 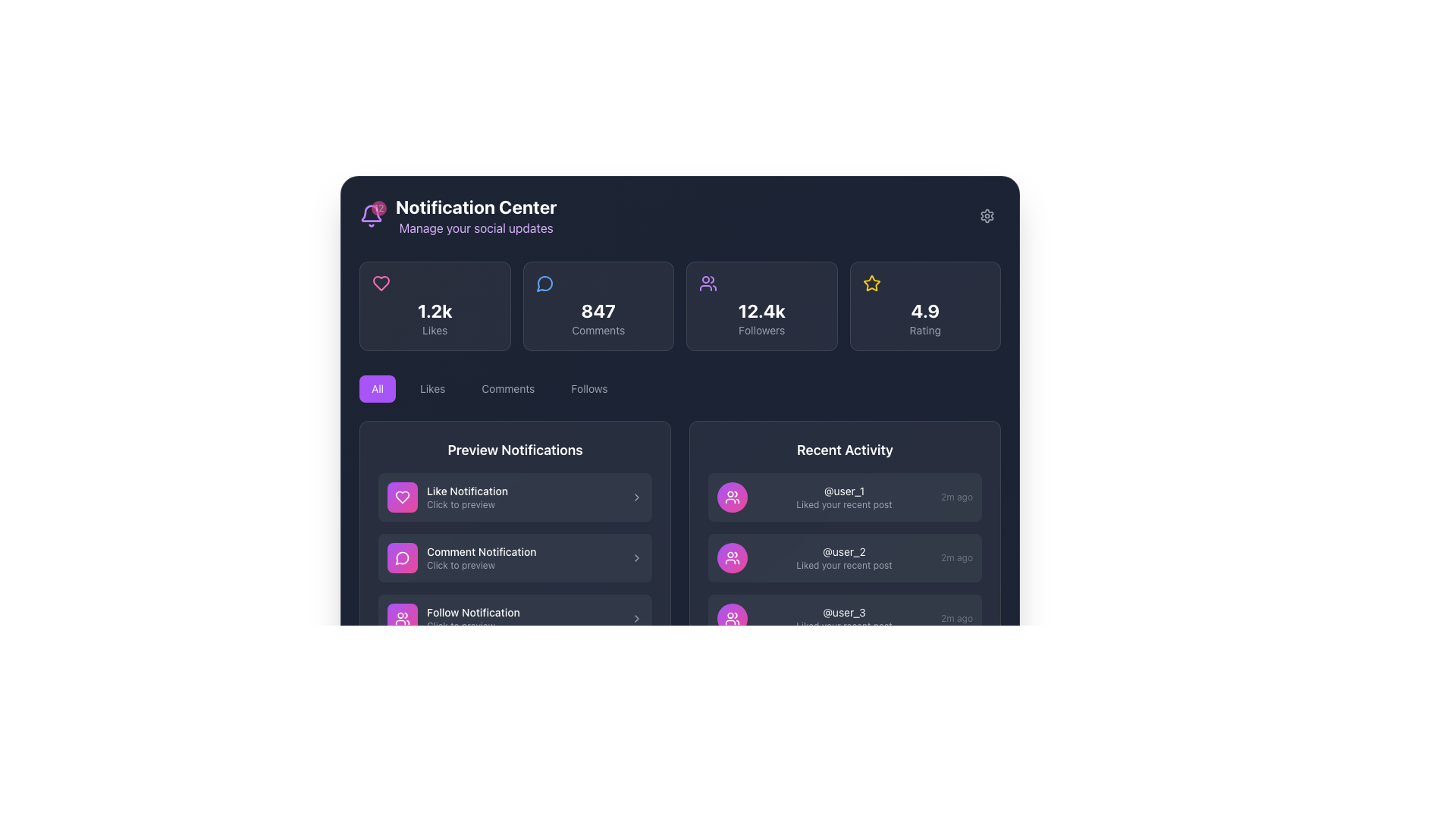 What do you see at coordinates (844, 571) in the screenshot?
I see `the individual notifications in the Notification list` at bounding box center [844, 571].